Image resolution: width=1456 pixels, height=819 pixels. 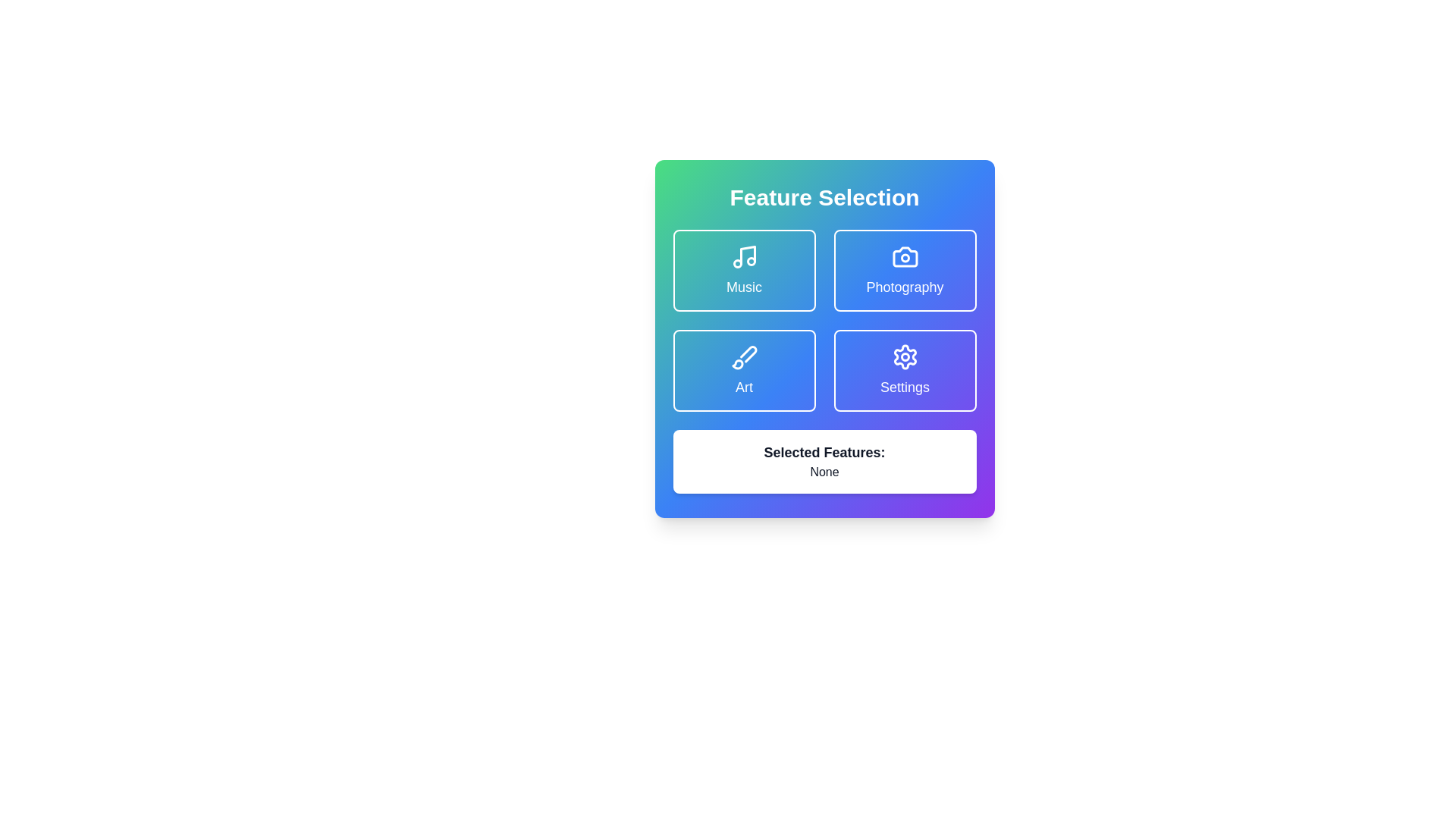 I want to click on the 'Music' button, so click(x=744, y=270).